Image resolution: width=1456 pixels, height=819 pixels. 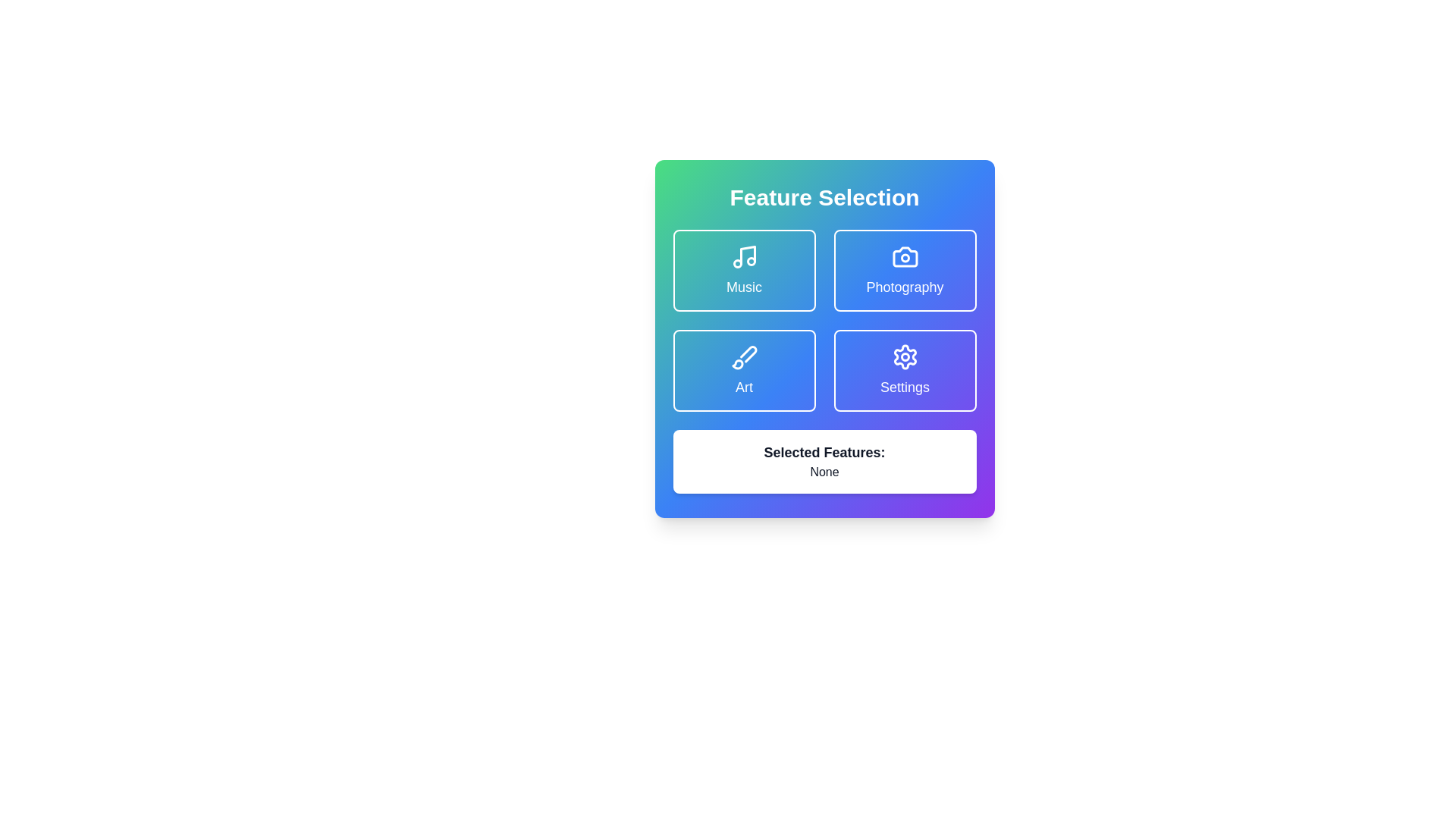 I want to click on the 'Music' button, so click(x=744, y=270).